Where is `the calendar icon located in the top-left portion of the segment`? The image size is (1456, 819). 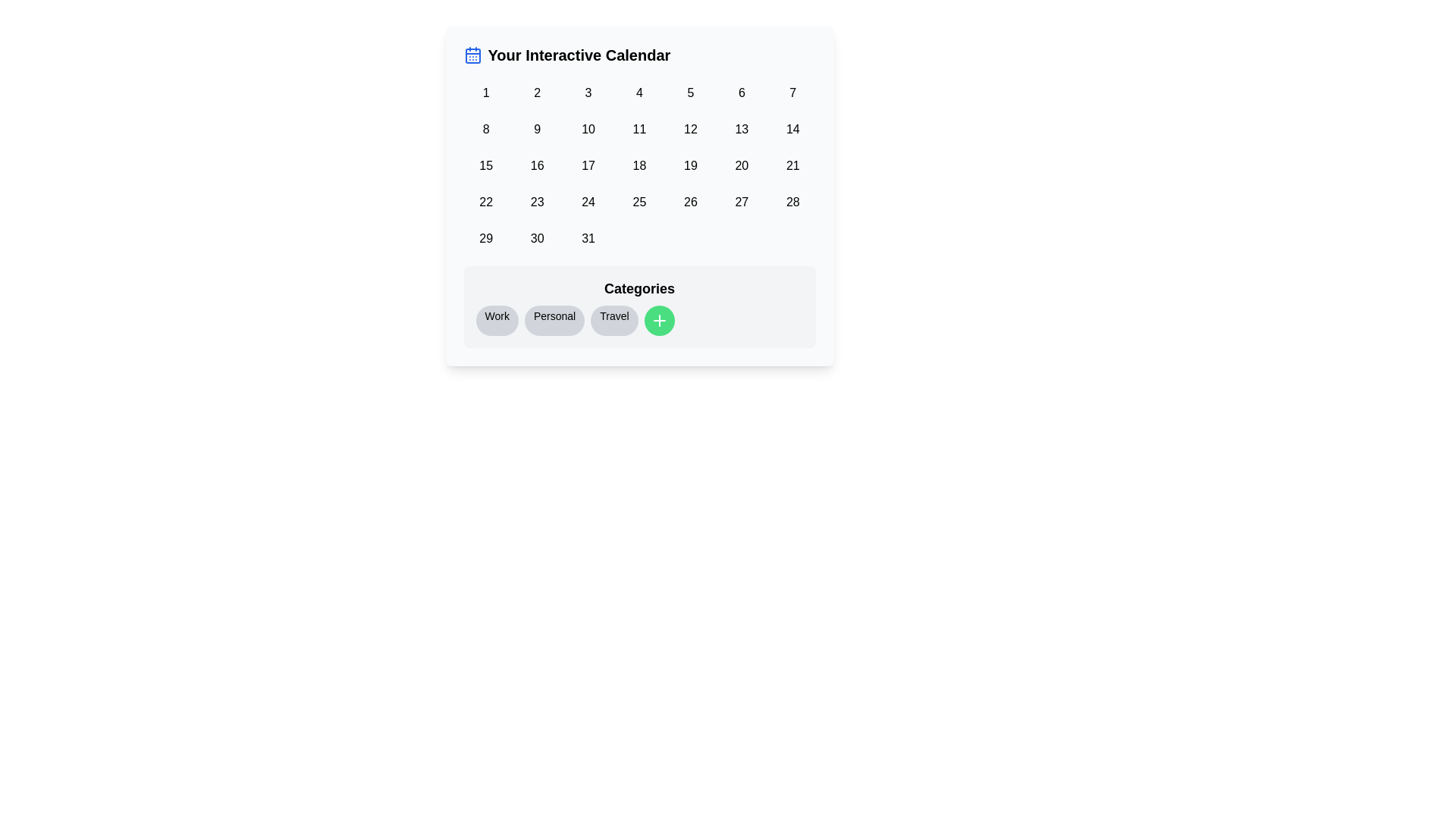 the calendar icon located in the top-left portion of the segment is located at coordinates (472, 55).